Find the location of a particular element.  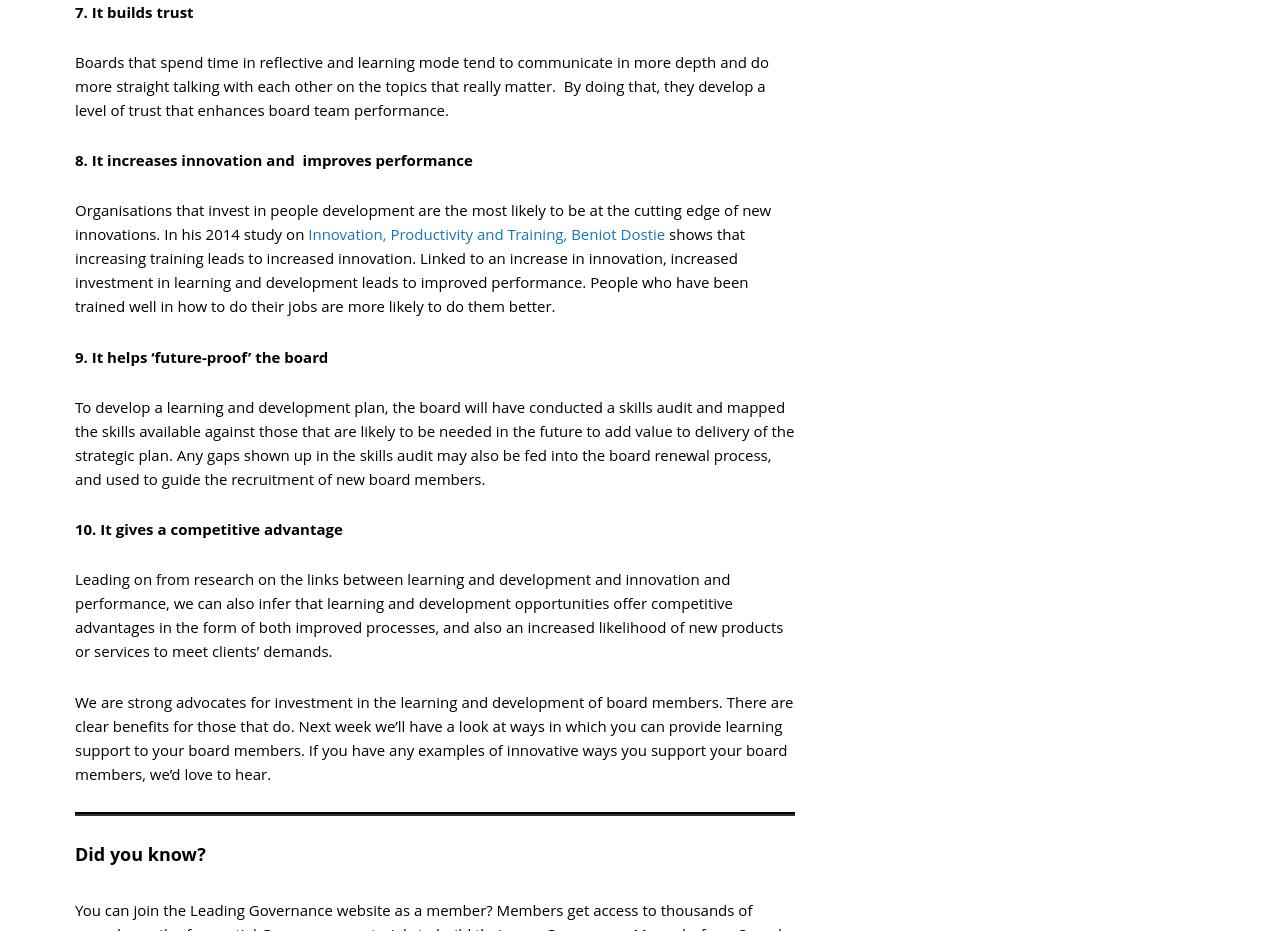

'8. It increases innovation and  improves performance' is located at coordinates (272, 159).